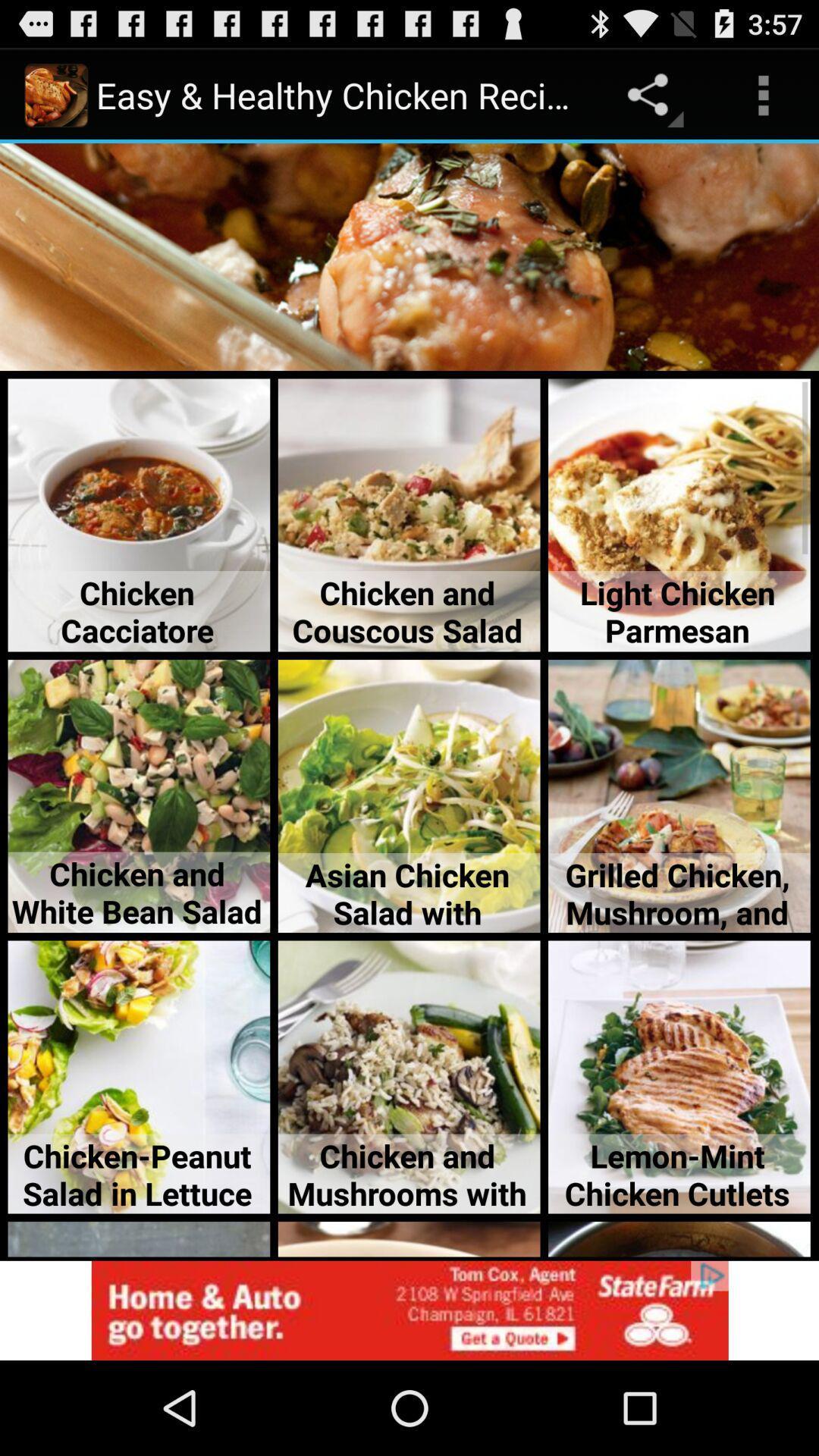 The image size is (819, 1456). Describe the element at coordinates (409, 1310) in the screenshot. I see `access advertising` at that location.